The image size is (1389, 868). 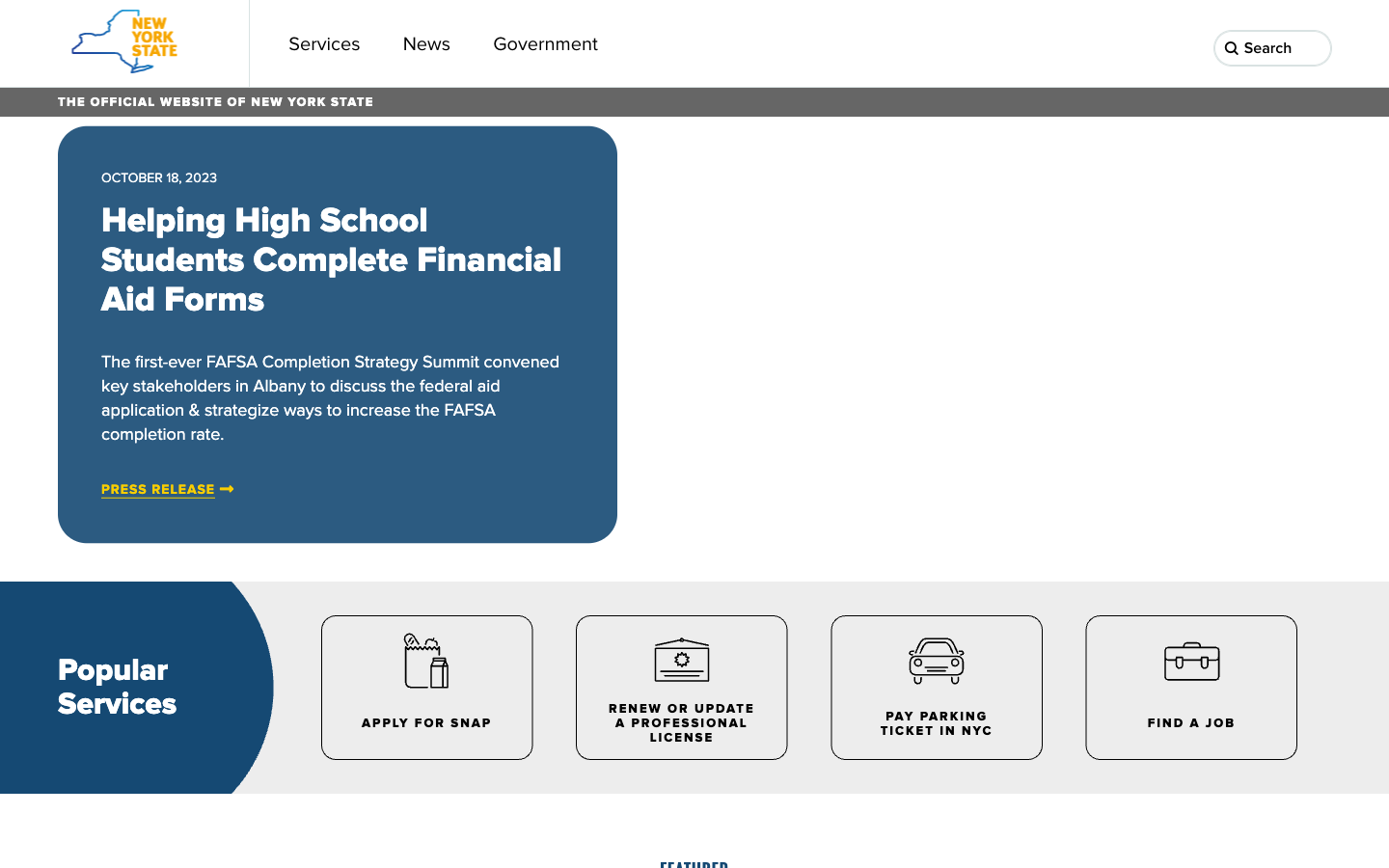 What do you see at coordinates (426, 42) in the screenshot?
I see `Progress towards the news section page` at bounding box center [426, 42].